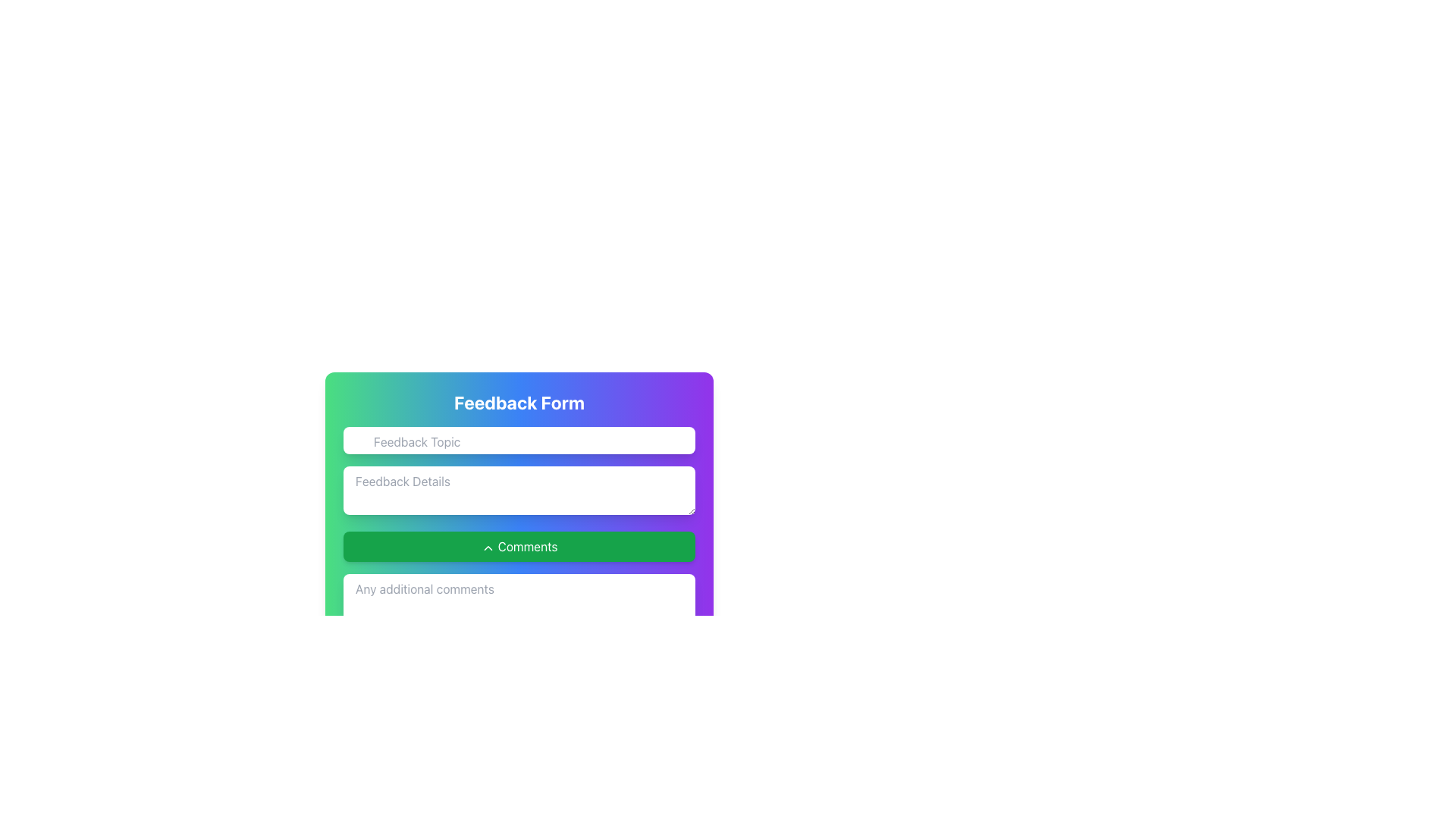 The width and height of the screenshot is (1456, 819). I want to click on the 'Comments' button located in the middle part of the 'Feedback Form', so click(519, 547).